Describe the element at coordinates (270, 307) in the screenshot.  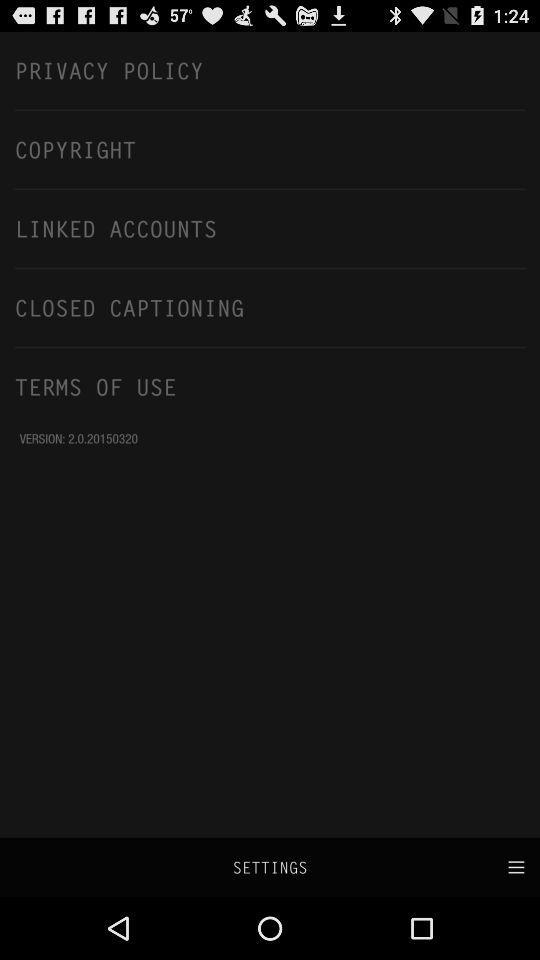
I see `the closed captioning icon` at that location.